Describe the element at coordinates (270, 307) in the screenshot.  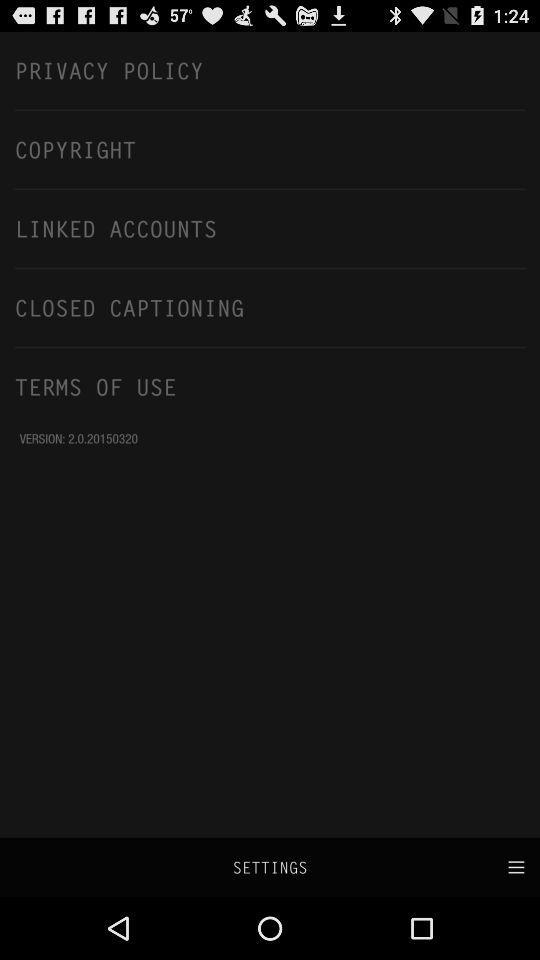
I see `the closed captioning icon` at that location.